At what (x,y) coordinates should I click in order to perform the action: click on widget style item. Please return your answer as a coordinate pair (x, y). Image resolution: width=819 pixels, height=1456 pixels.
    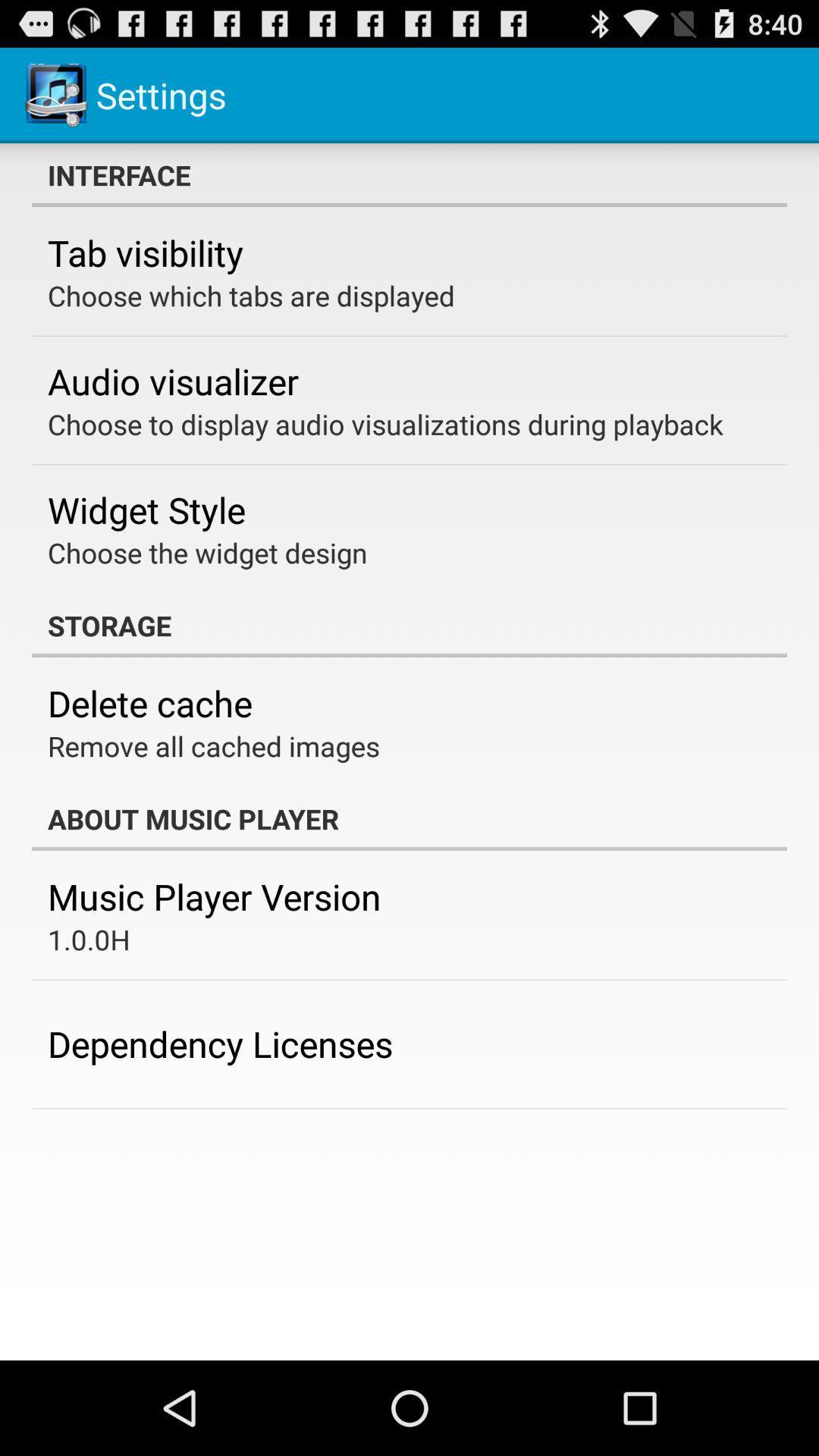
    Looking at the image, I should click on (146, 510).